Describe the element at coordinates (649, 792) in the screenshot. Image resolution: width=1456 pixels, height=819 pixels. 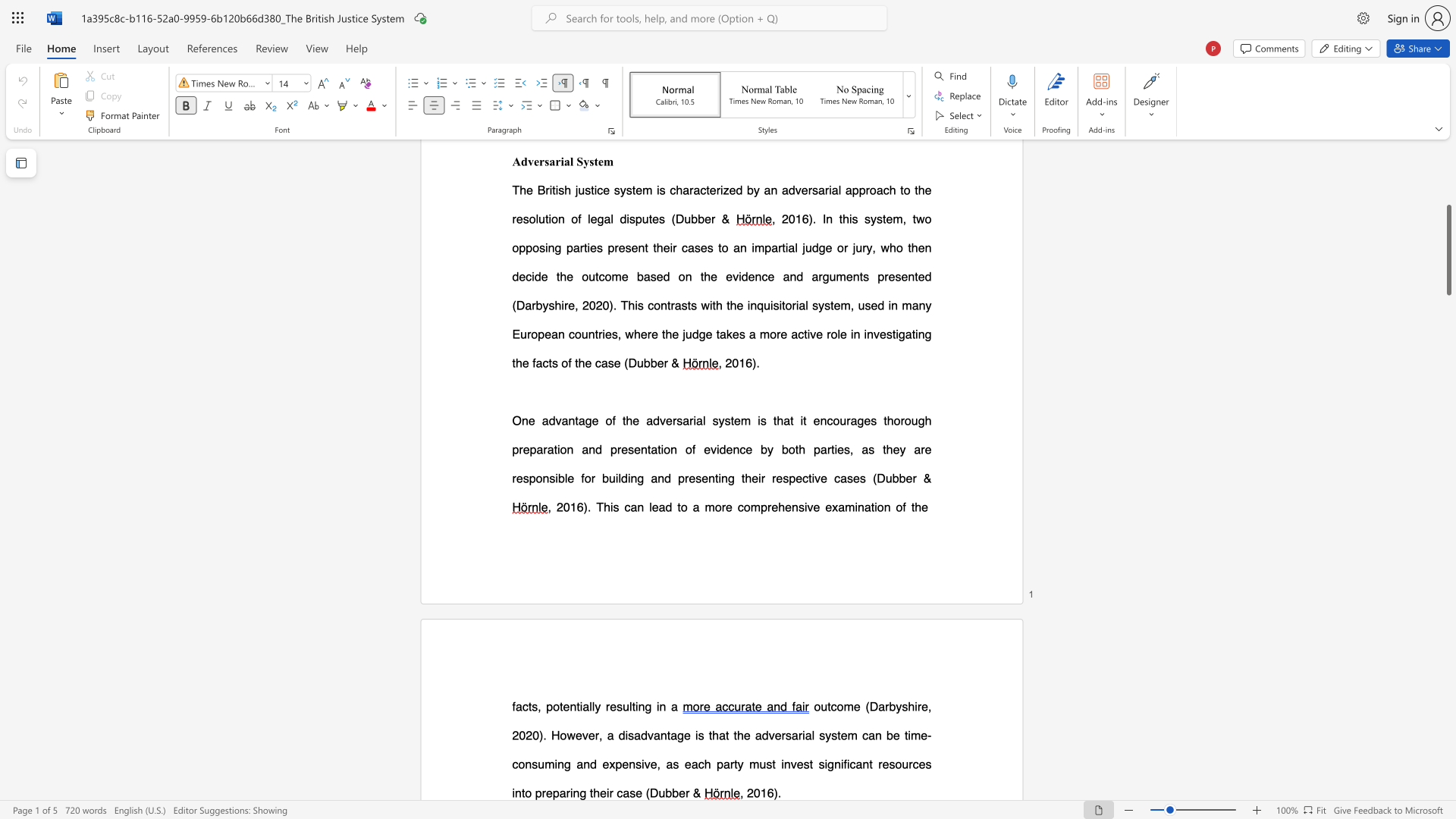
I see `the subset text "Dubbe" within the text "(Dubber &"` at that location.